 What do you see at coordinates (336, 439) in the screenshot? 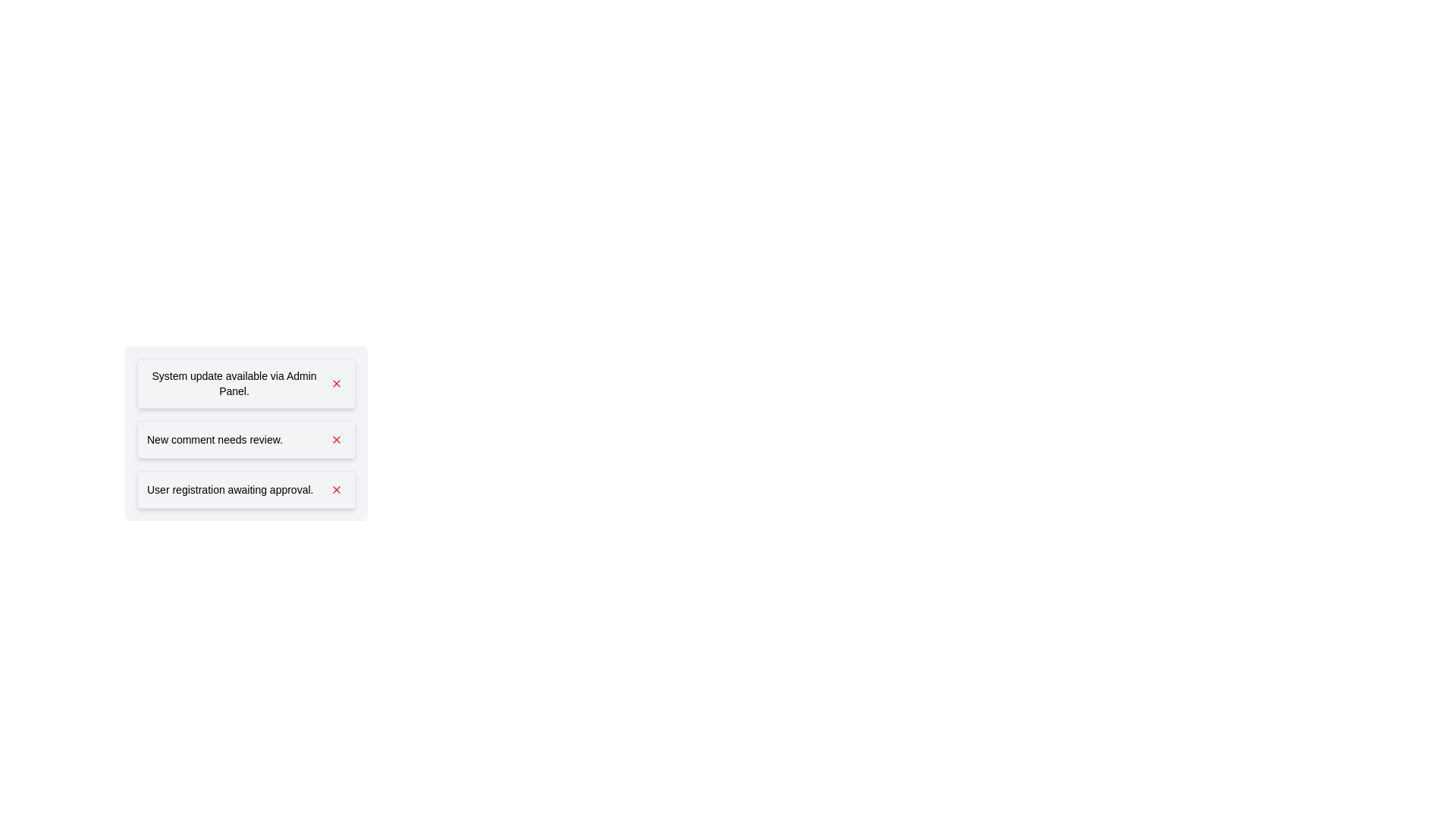
I see `the second 'X' icon in the vertical stack of three message cards` at bounding box center [336, 439].